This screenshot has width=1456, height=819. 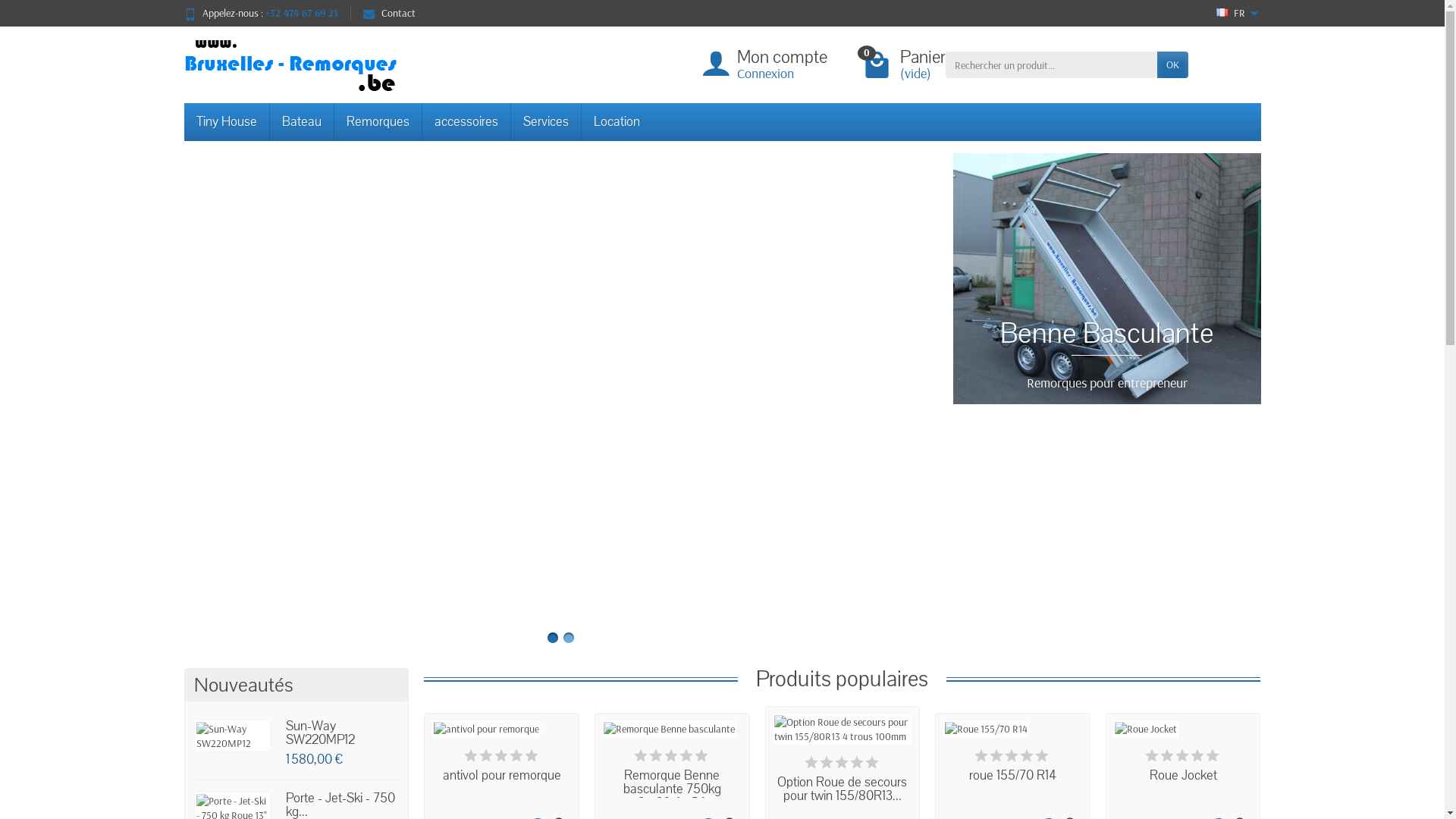 What do you see at coordinates (1012, 775) in the screenshot?
I see `'roue 155/70 R14'` at bounding box center [1012, 775].